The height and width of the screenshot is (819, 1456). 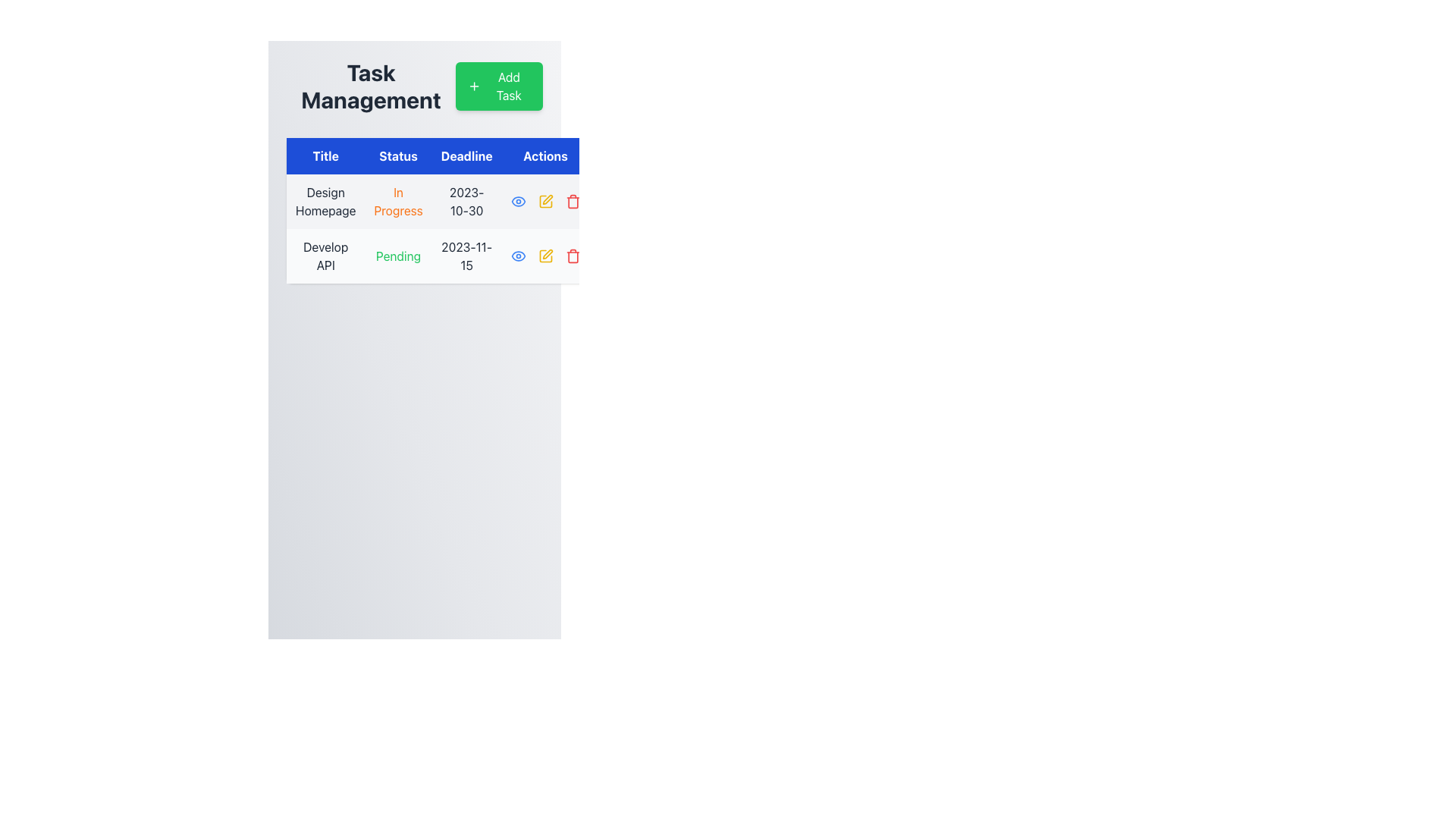 I want to click on the 'Edit' action button in the second row of the task table, located under the 'Actions' column, positioned between the blue eye icon and the red trash bin icon, so click(x=545, y=256).